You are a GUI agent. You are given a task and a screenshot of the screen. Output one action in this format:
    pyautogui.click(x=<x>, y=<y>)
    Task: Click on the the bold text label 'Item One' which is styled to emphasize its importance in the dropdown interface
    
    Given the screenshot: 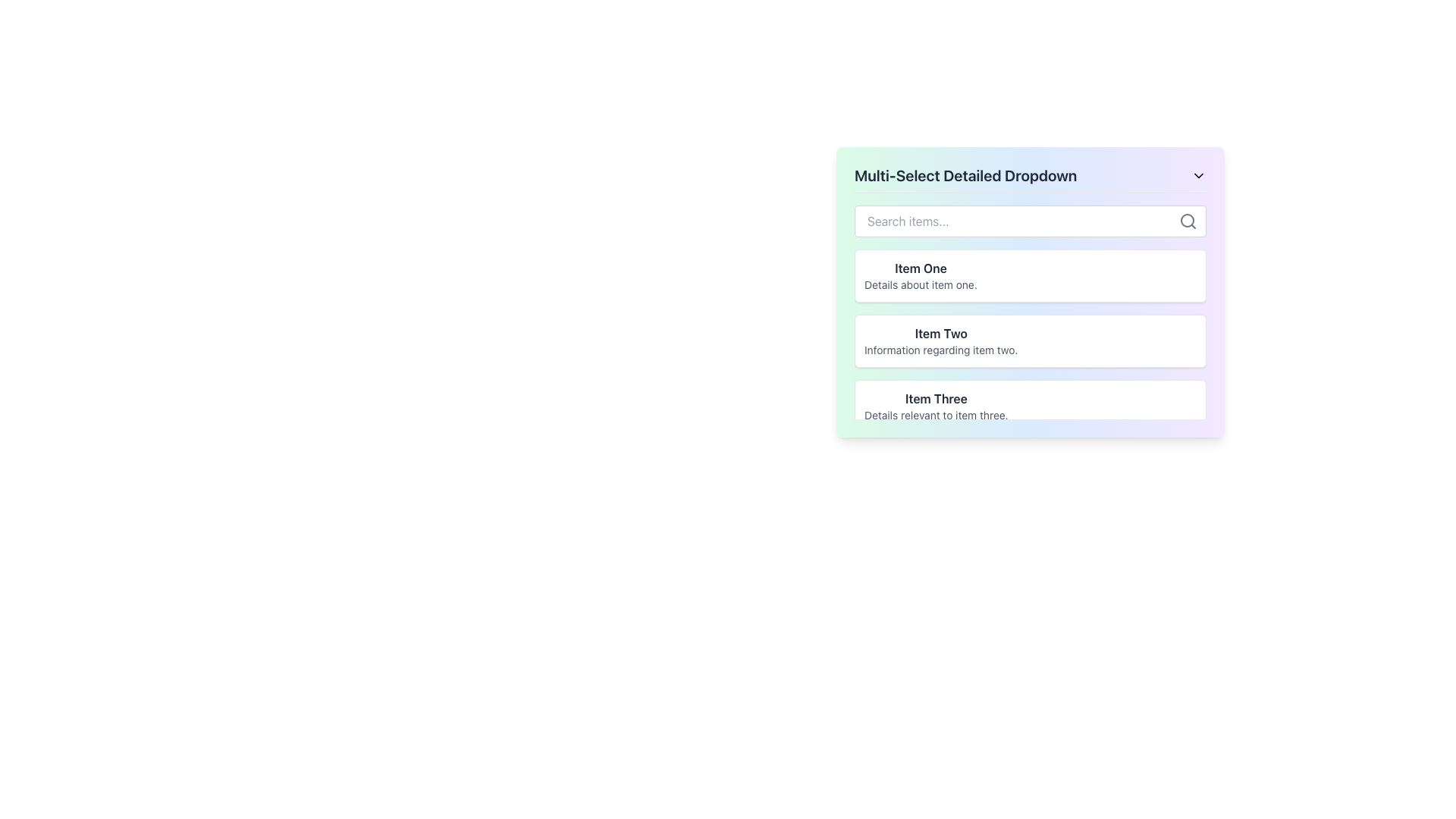 What is the action you would take?
    pyautogui.click(x=920, y=268)
    